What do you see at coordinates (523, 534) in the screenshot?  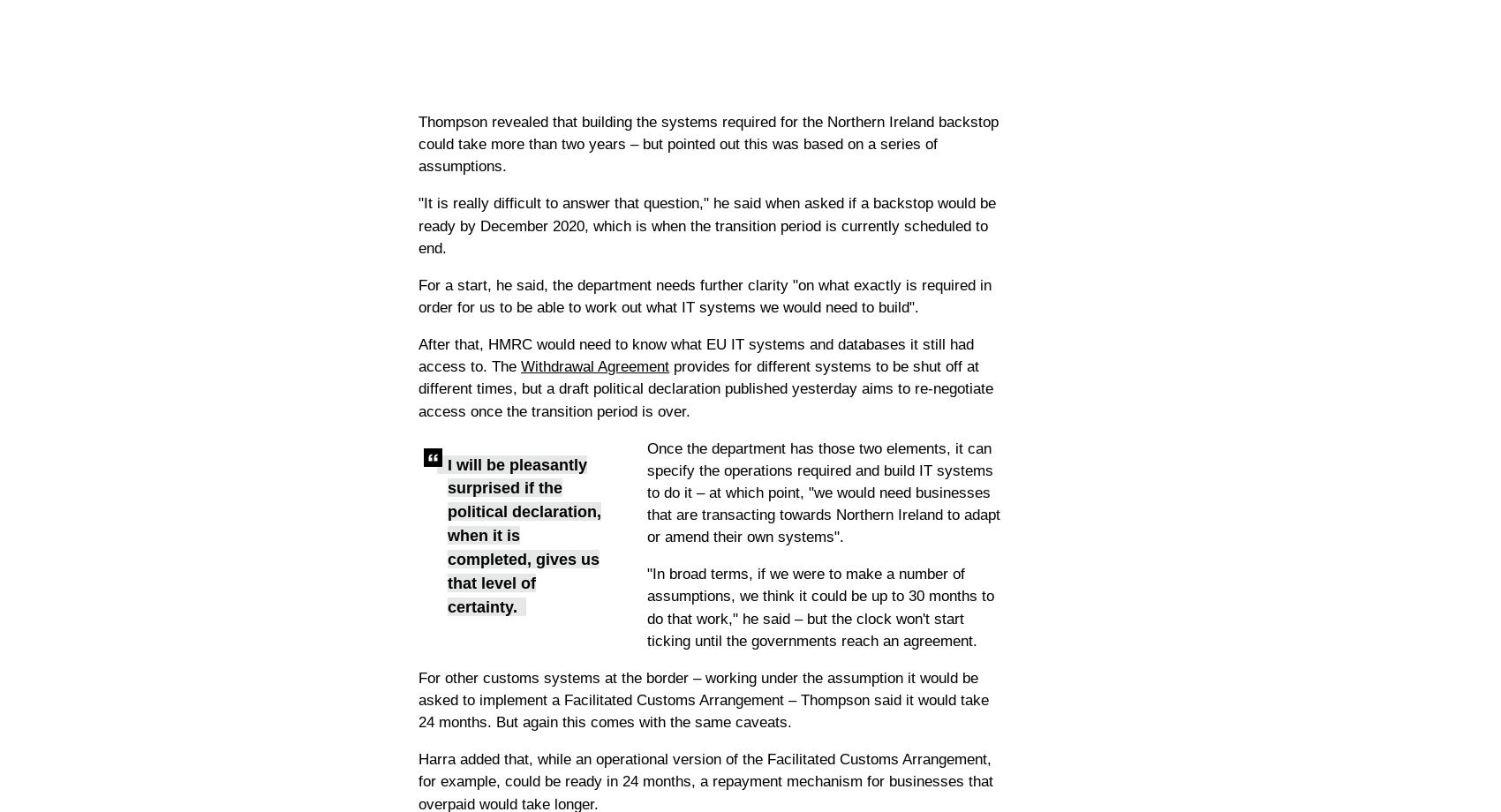 I see `'I will be pleasantly surprised if the political declaration, when it is completed, gives us that level of certainty.'` at bounding box center [523, 534].